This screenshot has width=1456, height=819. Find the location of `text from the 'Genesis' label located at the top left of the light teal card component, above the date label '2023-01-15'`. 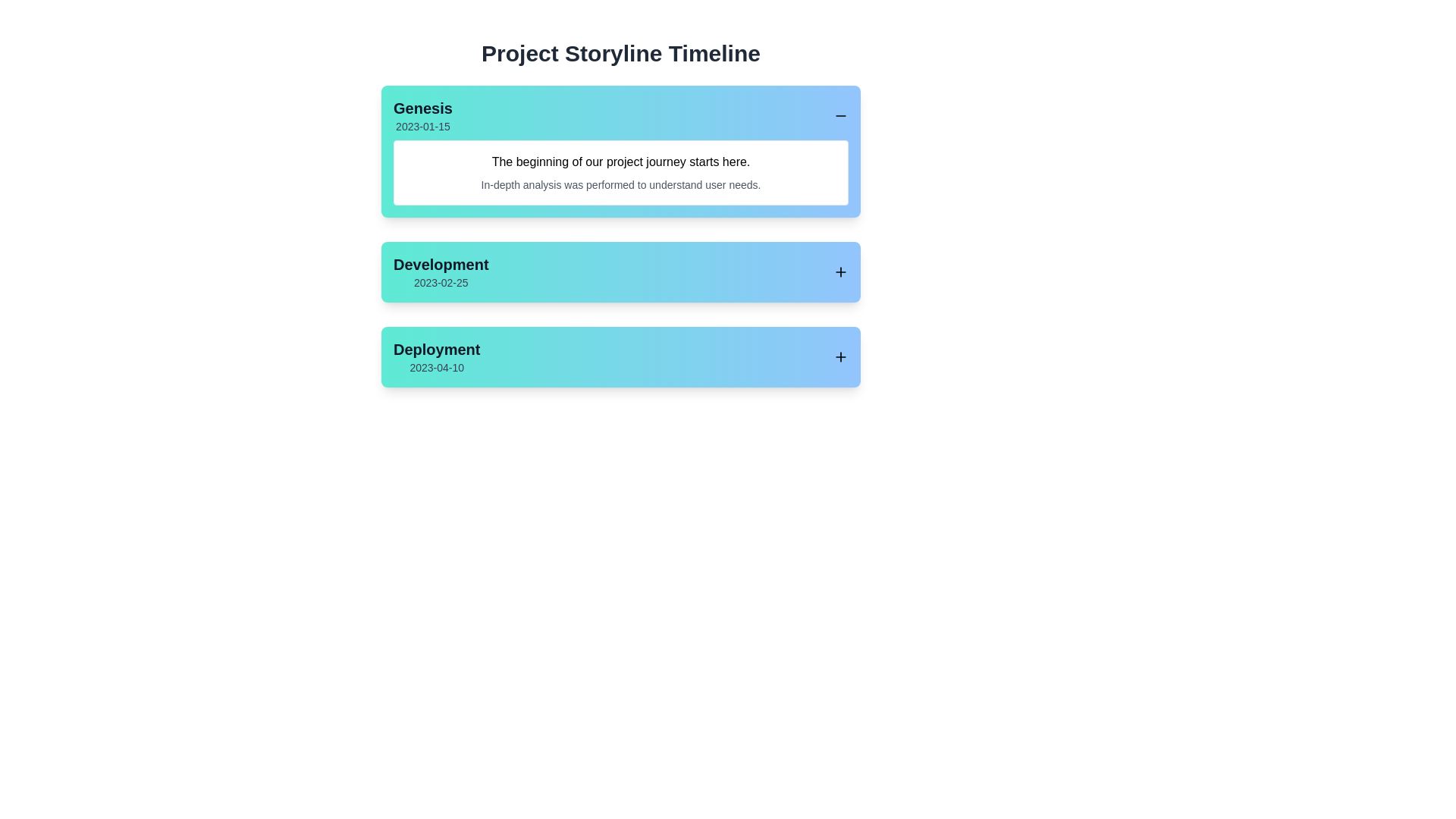

text from the 'Genesis' label located at the top left of the light teal card component, above the date label '2023-01-15' is located at coordinates (422, 107).